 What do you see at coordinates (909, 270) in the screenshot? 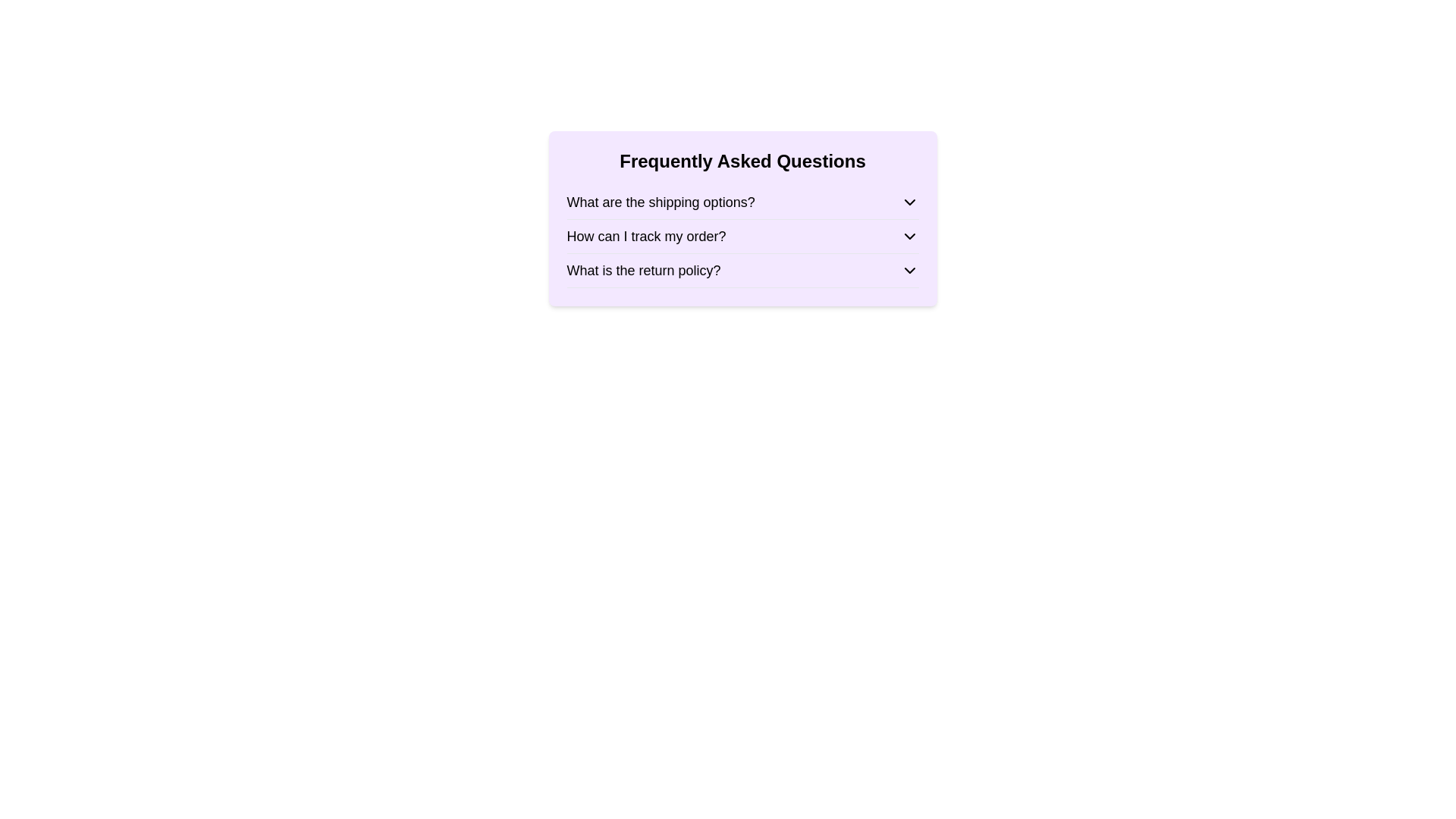
I see `the outline-styled downward chevron icon indicating a dropdown menu in the FAQ section, located to the right of the text 'What is the return policy?' in the third row` at bounding box center [909, 270].